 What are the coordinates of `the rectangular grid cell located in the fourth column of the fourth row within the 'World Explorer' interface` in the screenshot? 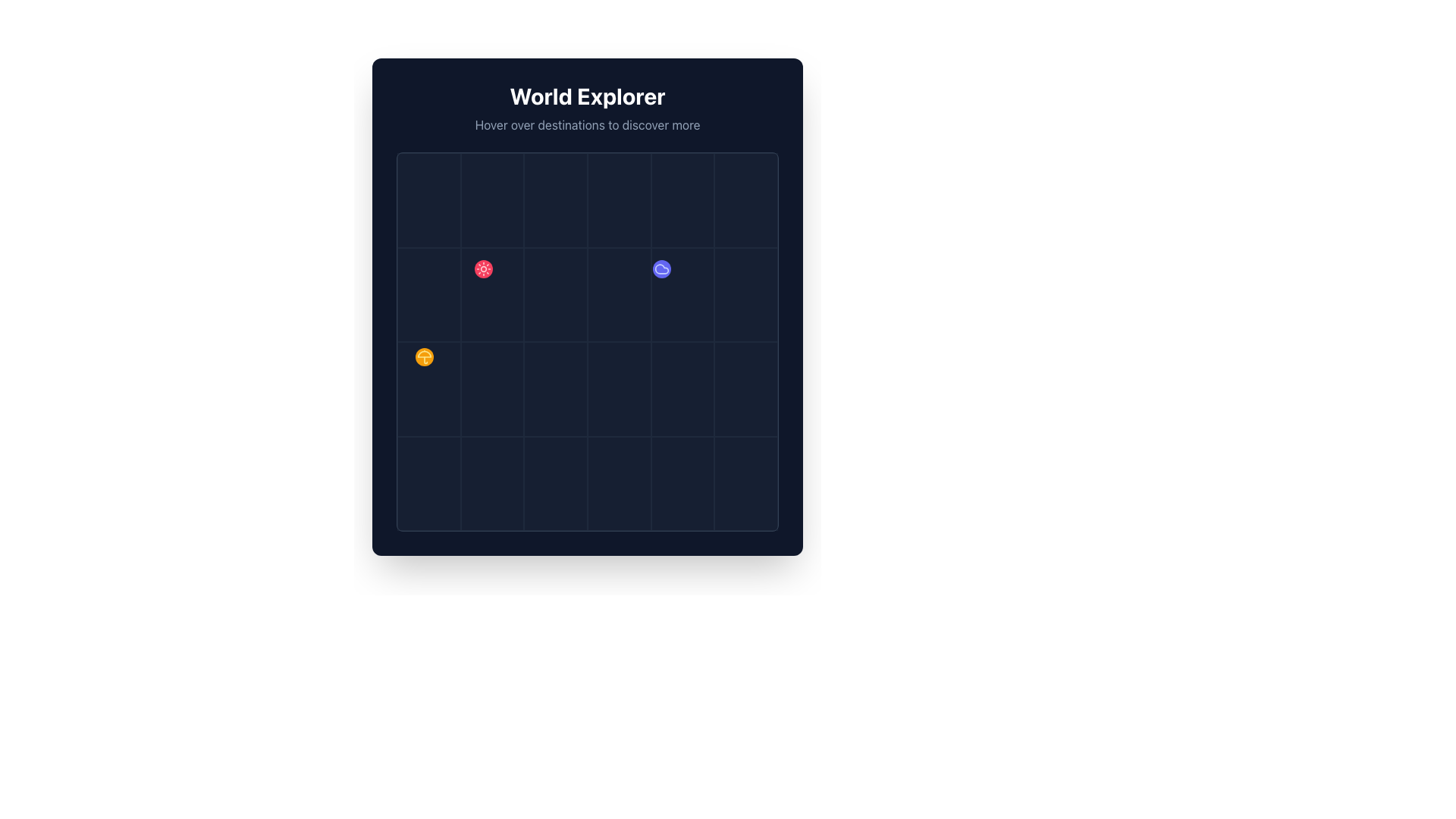 It's located at (619, 483).